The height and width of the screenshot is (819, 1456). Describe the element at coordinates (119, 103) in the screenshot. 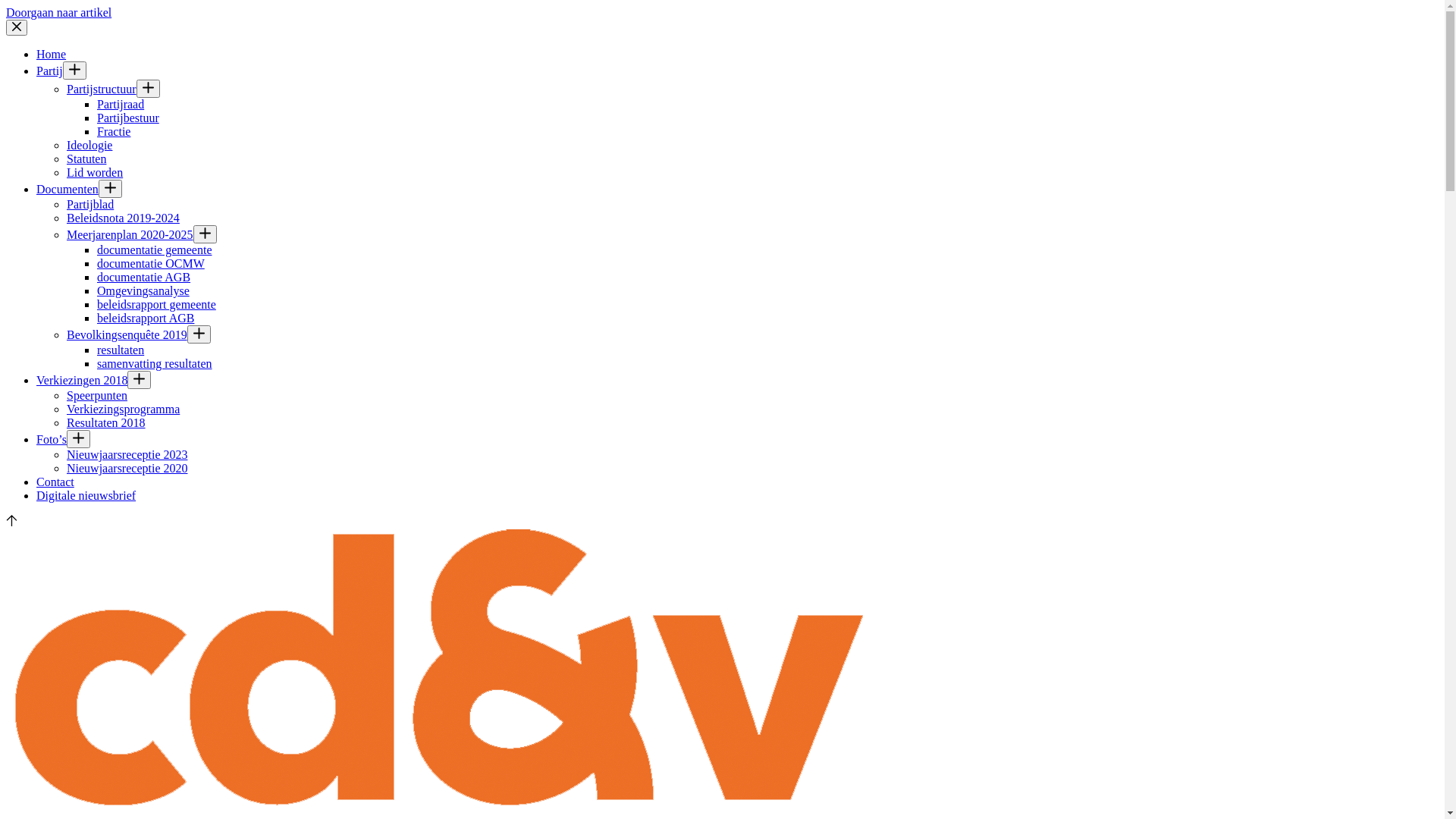

I see `'Partijraad'` at that location.